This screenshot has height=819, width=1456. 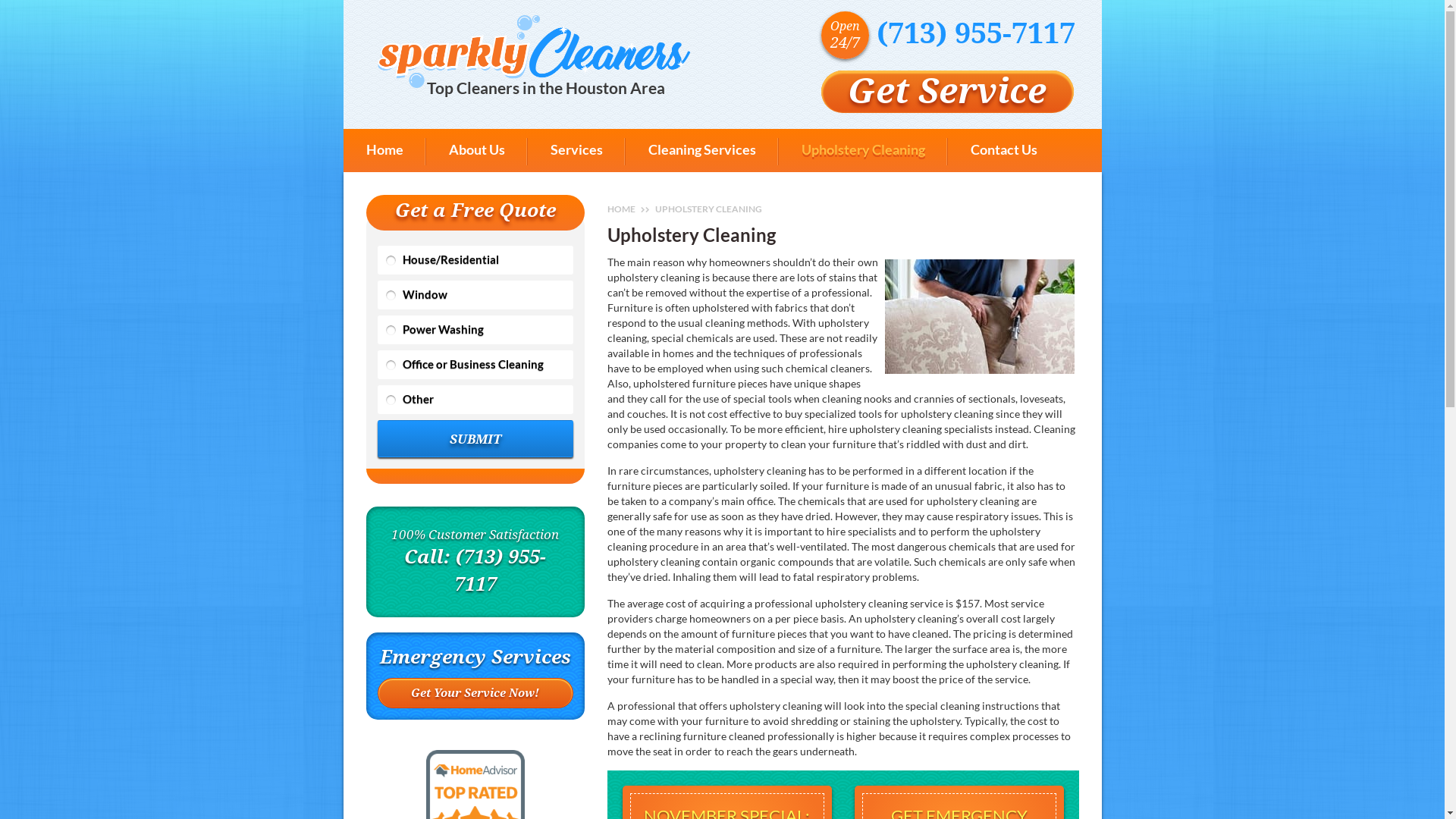 I want to click on 'SUBMIT', so click(x=475, y=438).